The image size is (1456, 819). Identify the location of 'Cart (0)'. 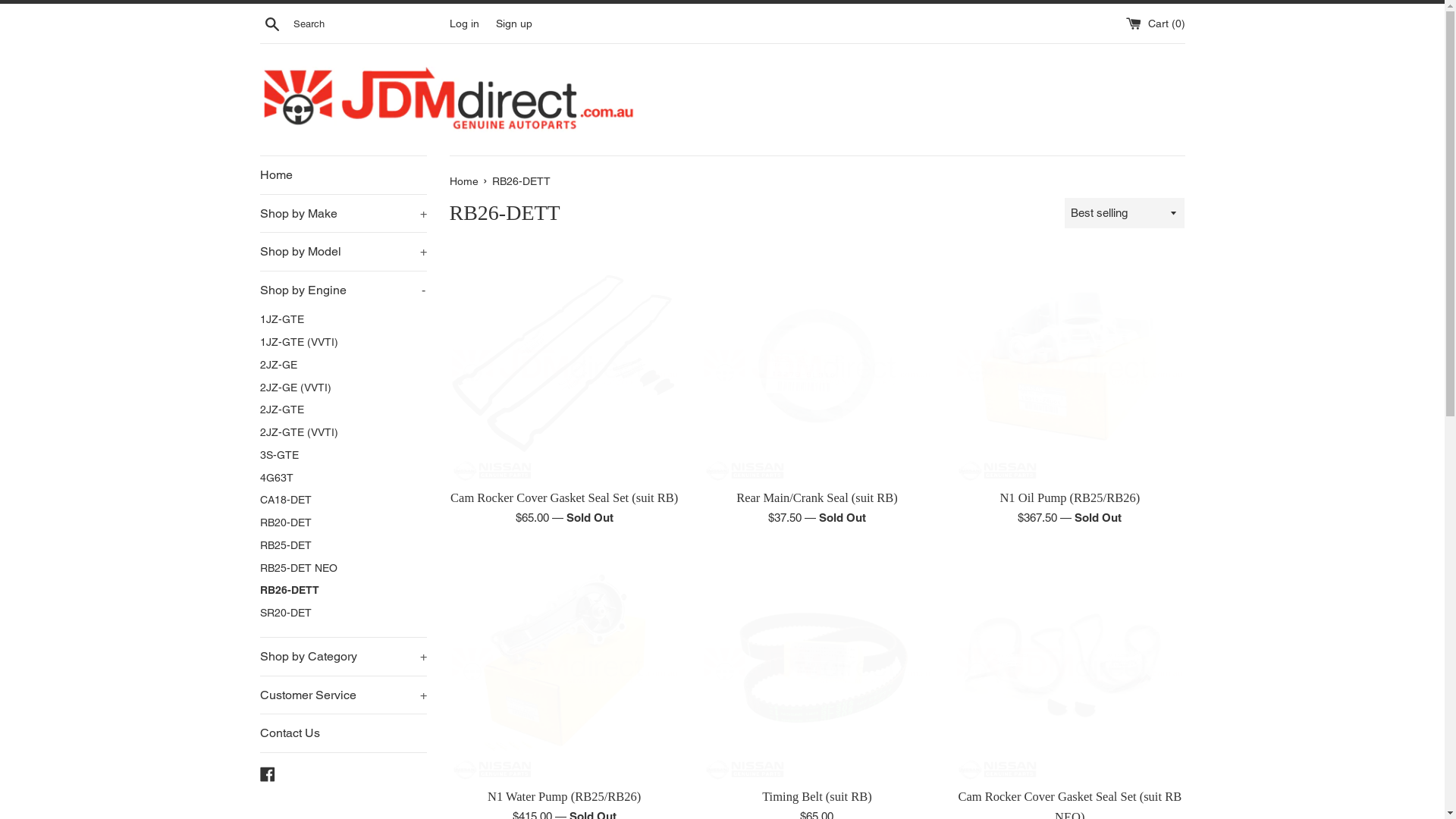
(1153, 23).